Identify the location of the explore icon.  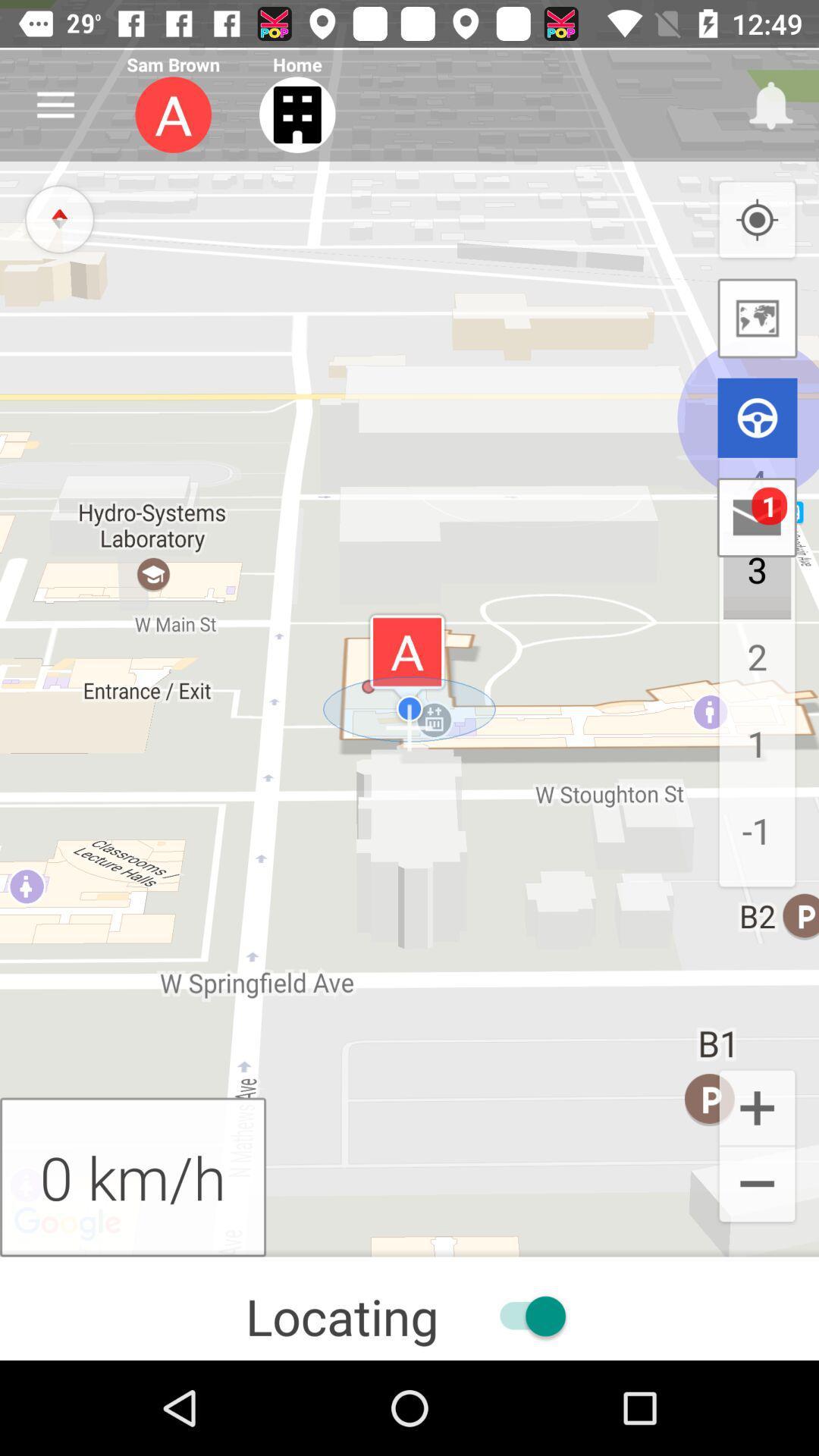
(58, 218).